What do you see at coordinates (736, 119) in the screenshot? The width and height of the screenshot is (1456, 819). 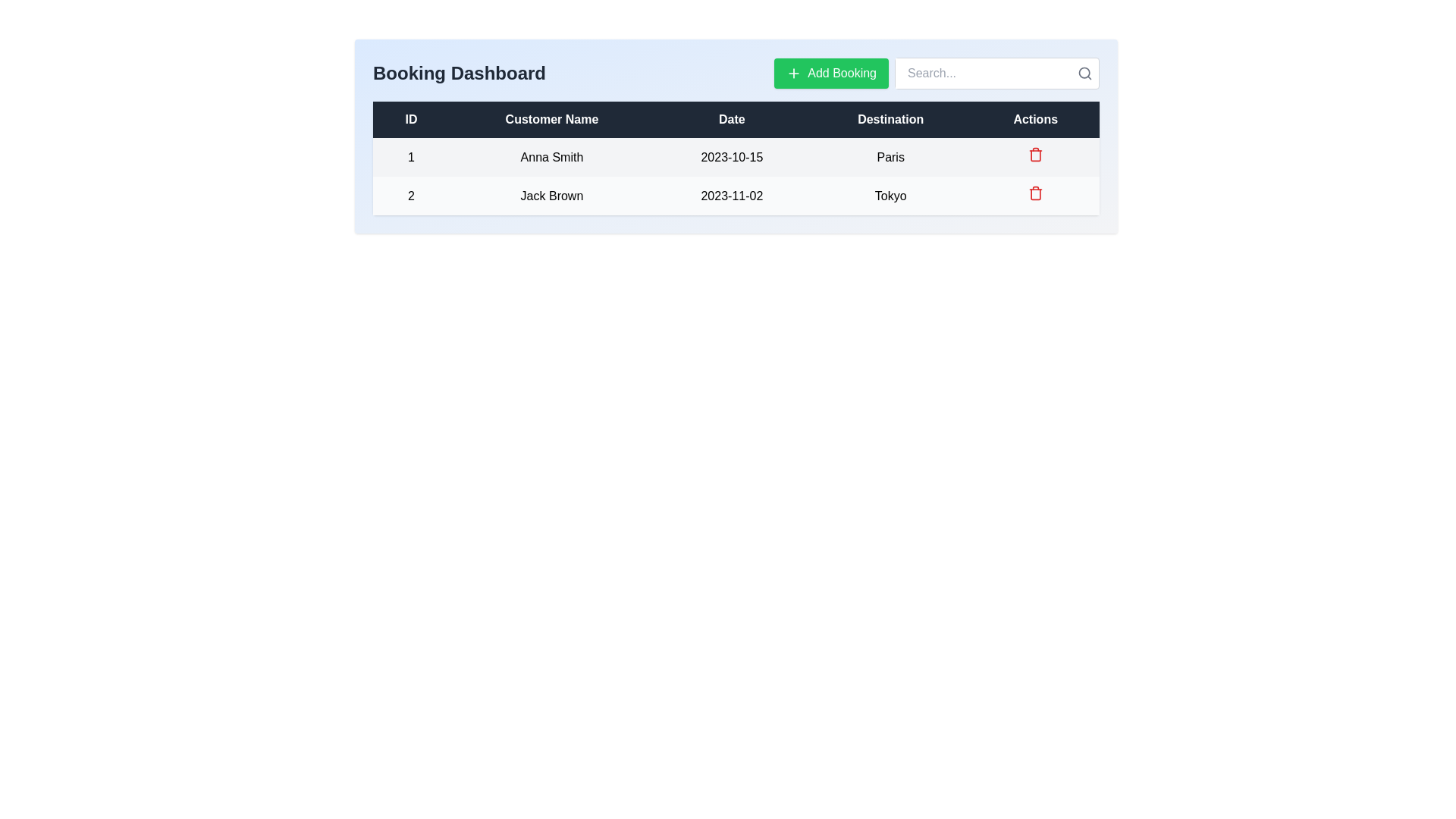 I see `the 'Date' text header element, which is styled with white text on a dark background and is the third column header in the table` at bounding box center [736, 119].